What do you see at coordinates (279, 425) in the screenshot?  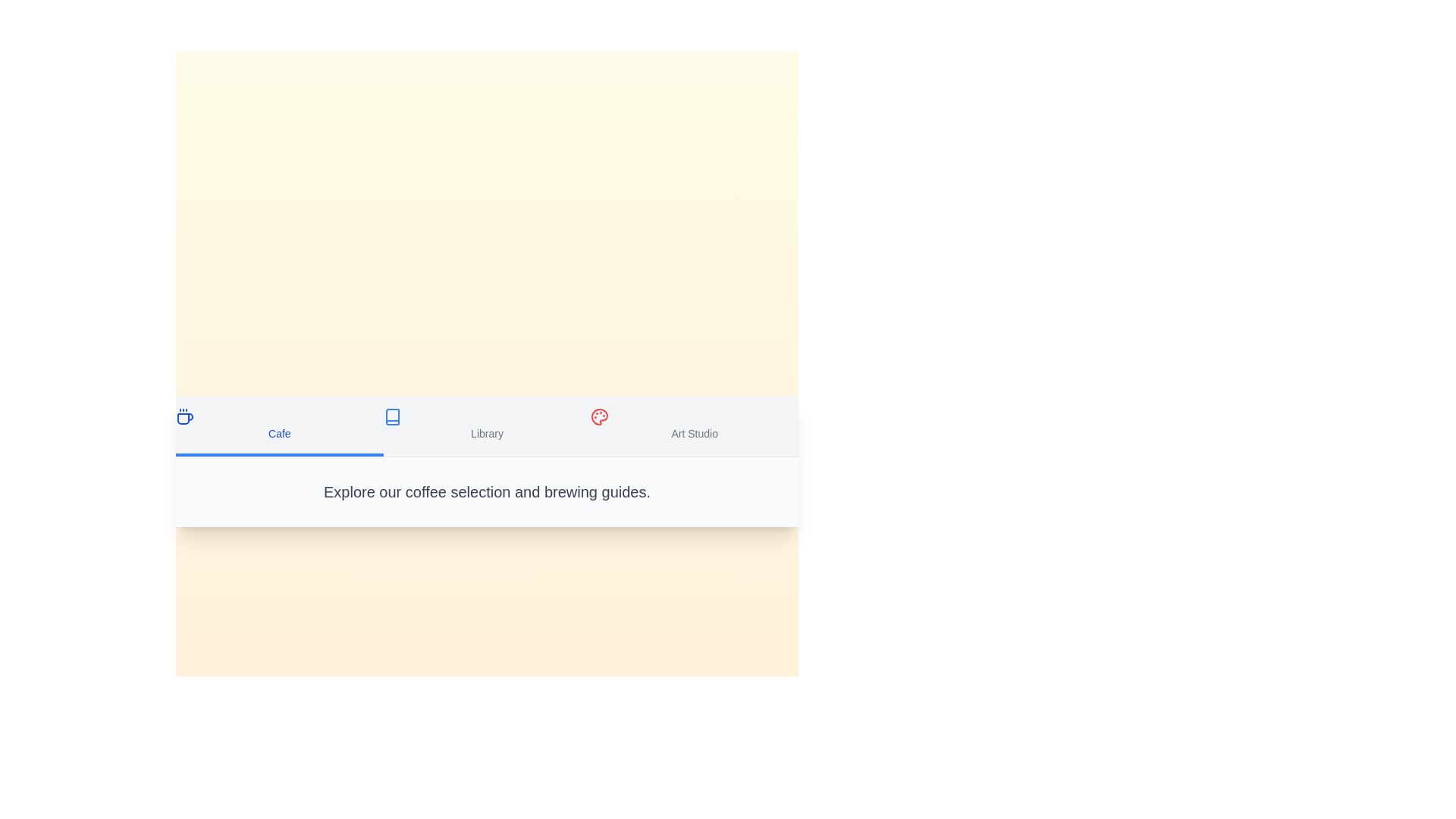 I see `the tab corresponding to Cafe` at bounding box center [279, 425].